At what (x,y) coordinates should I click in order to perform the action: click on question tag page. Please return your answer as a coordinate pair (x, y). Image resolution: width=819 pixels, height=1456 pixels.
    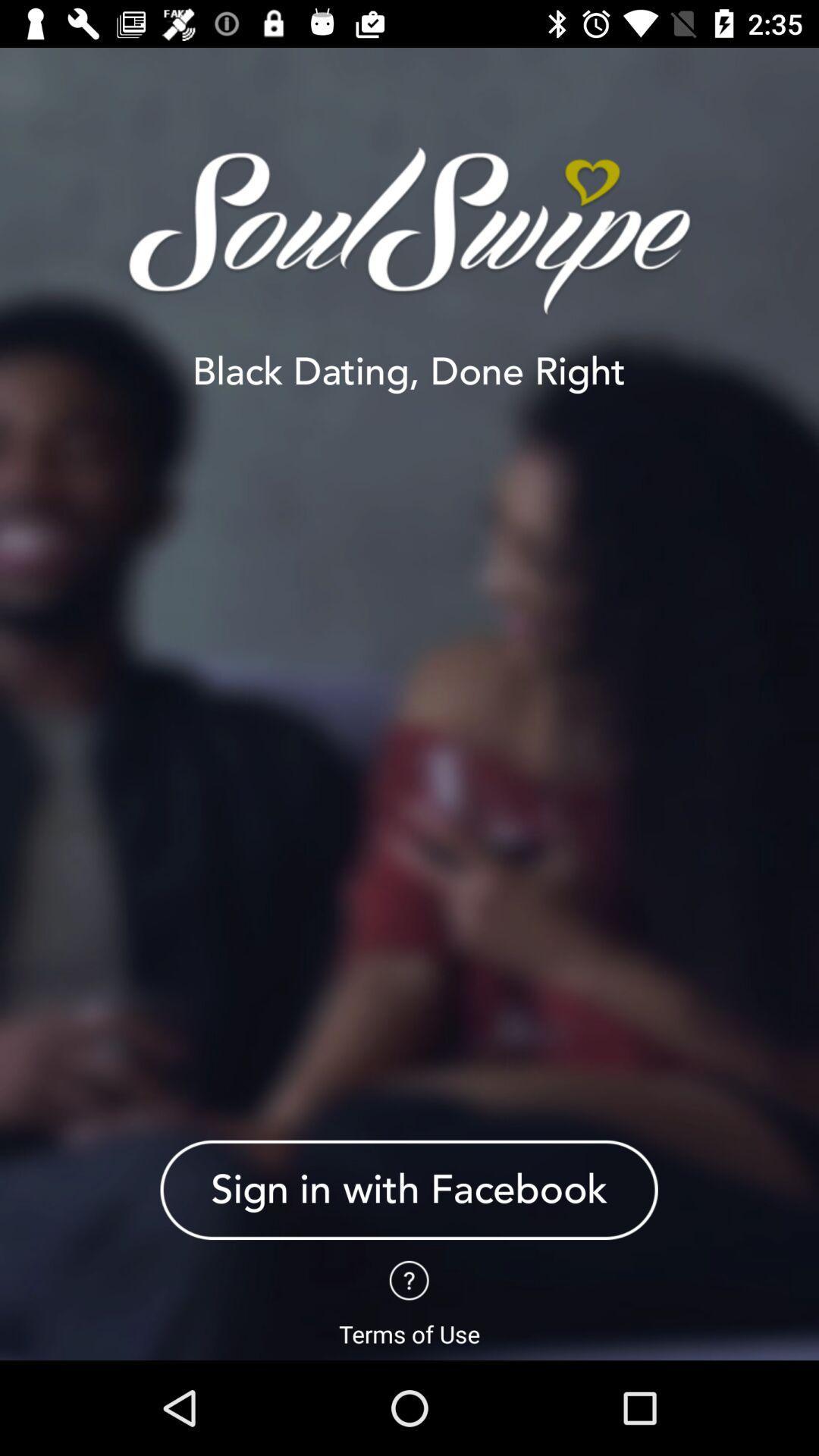
    Looking at the image, I should click on (408, 1279).